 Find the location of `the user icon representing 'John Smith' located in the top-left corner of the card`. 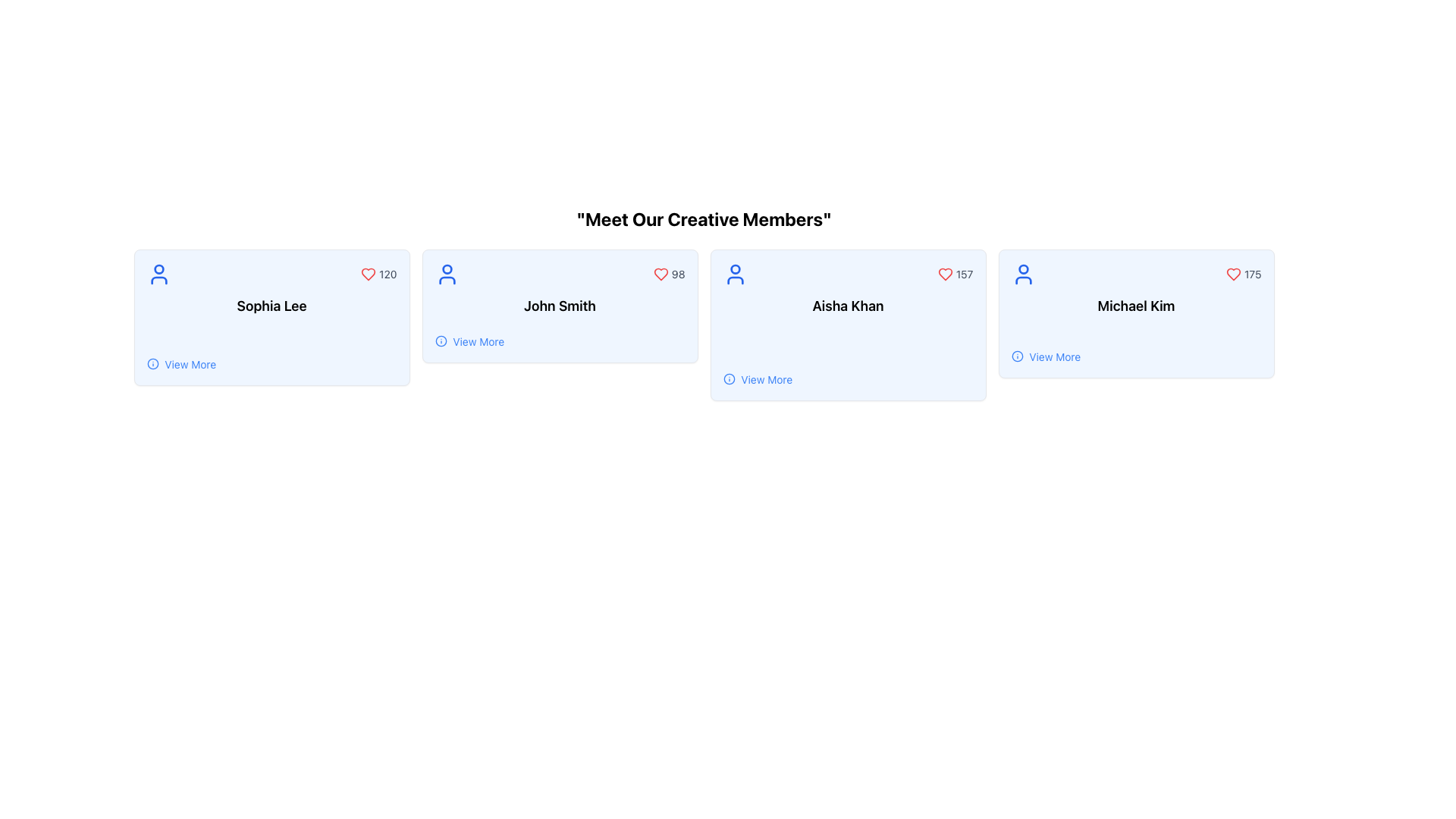

the user icon representing 'John Smith' located in the top-left corner of the card is located at coordinates (446, 275).